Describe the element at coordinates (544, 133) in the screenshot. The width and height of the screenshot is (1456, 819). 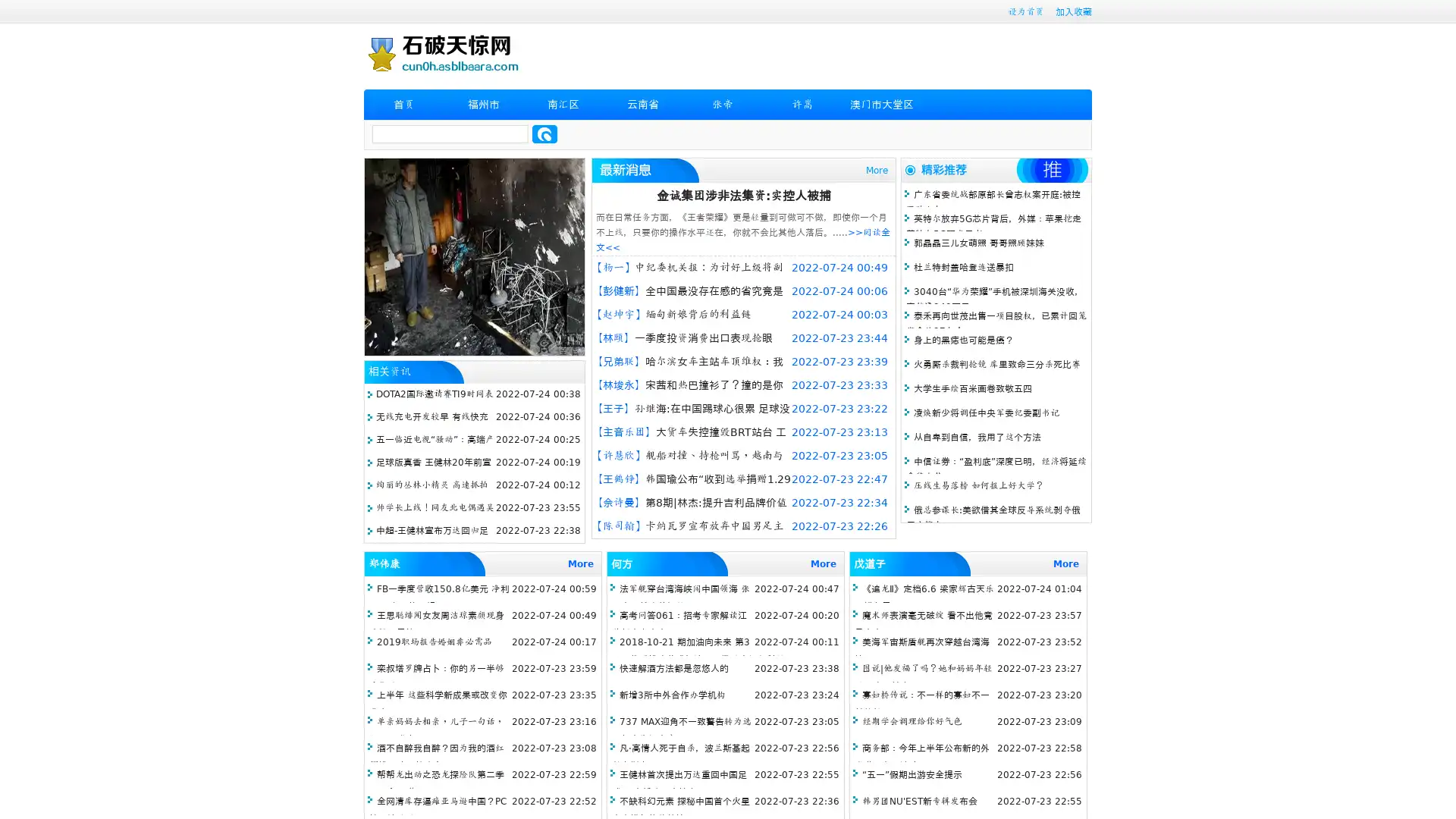
I see `Search` at that location.